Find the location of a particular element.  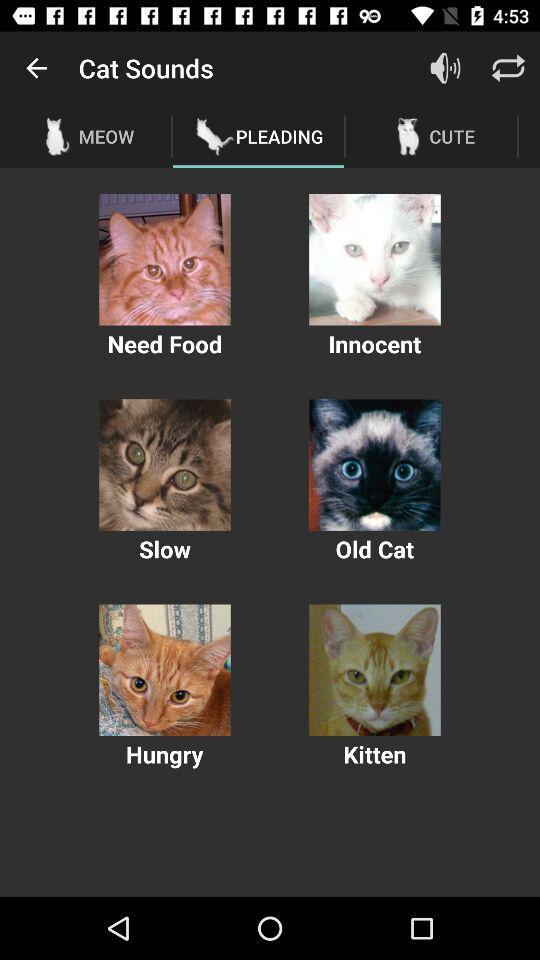

the item next to cat sounds app is located at coordinates (36, 68).